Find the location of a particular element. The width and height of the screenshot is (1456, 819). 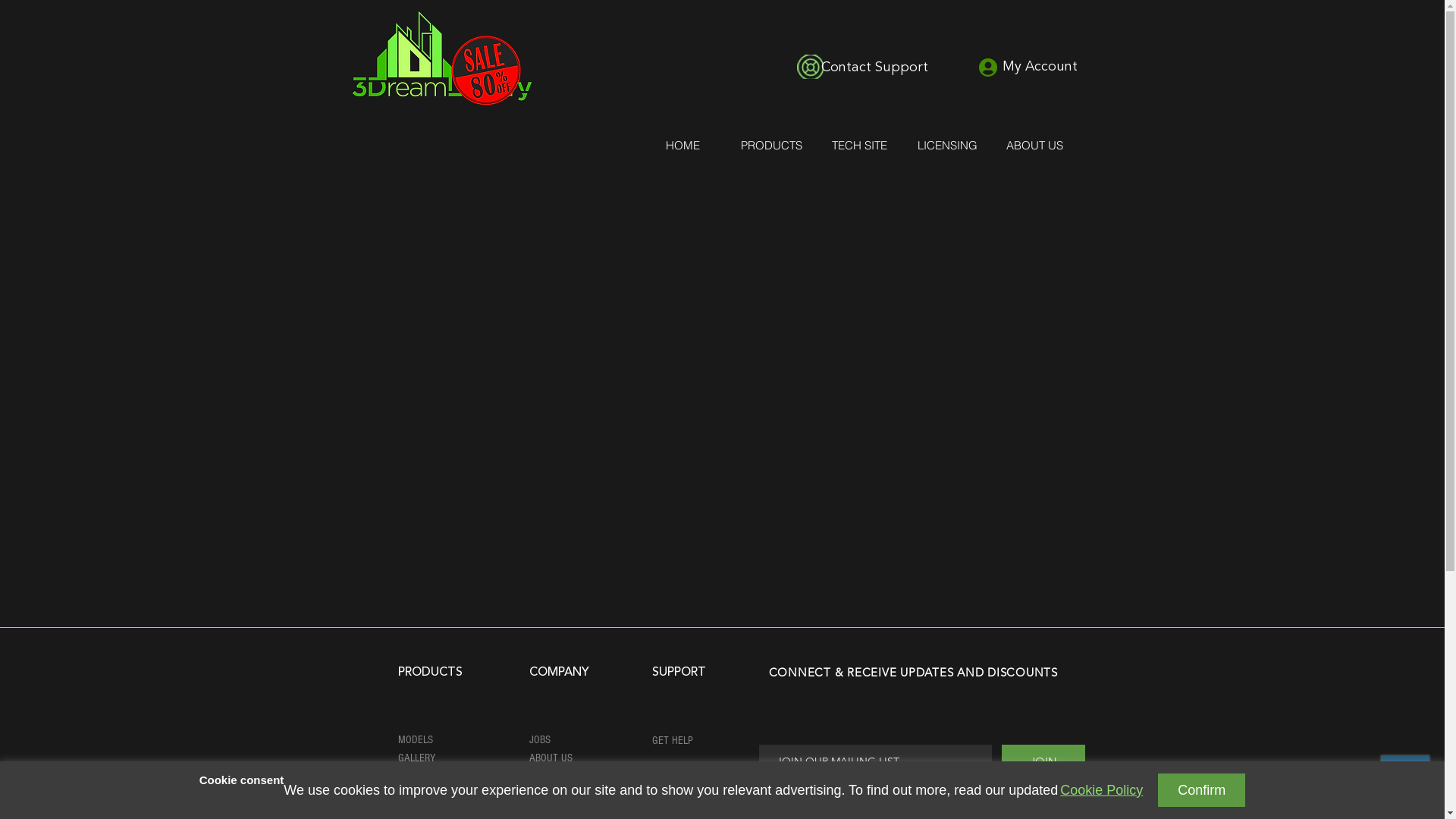

'ABOUT US' is located at coordinates (990, 145).